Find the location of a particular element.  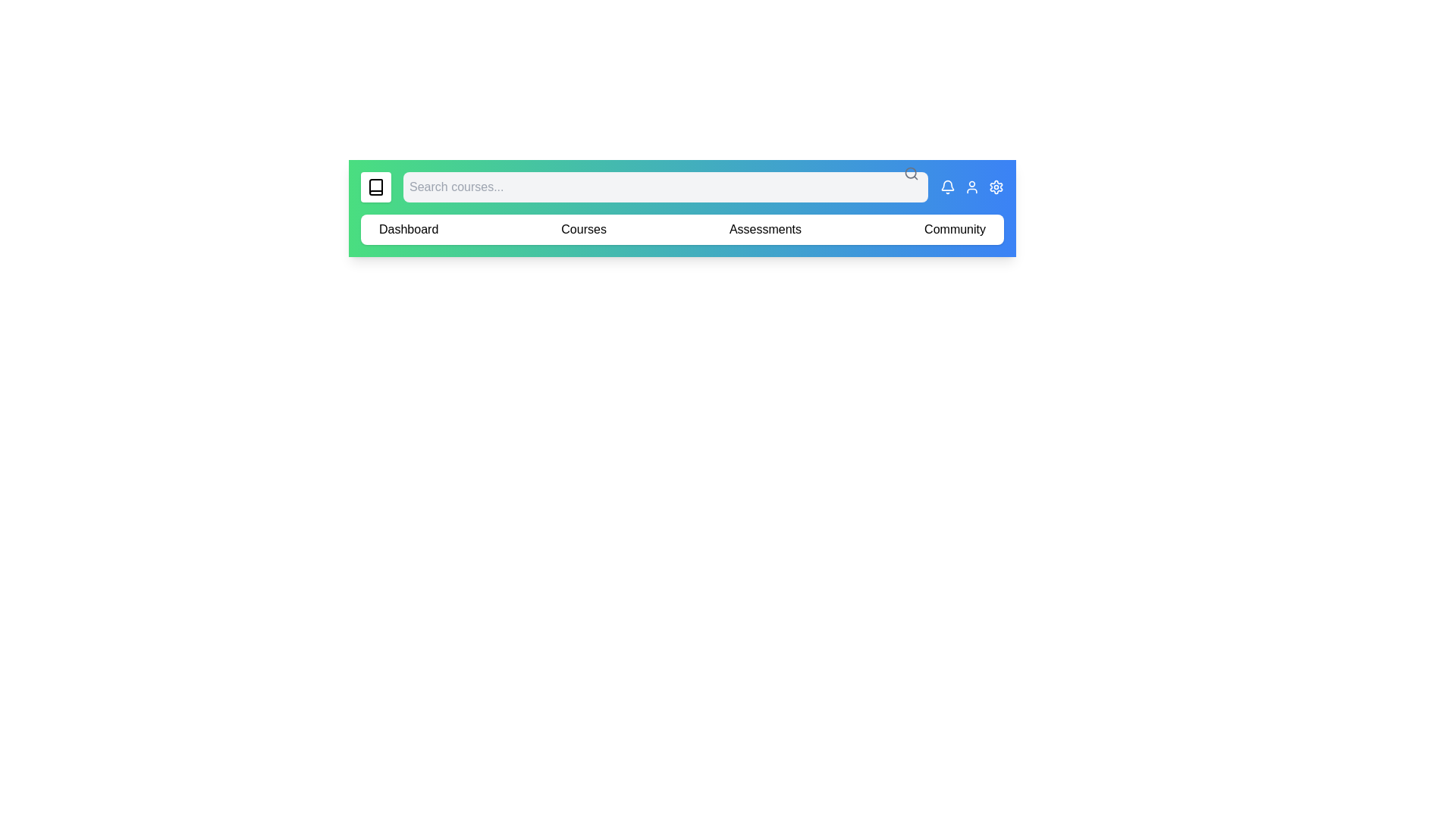

the navigation menu item Community is located at coordinates (953, 230).